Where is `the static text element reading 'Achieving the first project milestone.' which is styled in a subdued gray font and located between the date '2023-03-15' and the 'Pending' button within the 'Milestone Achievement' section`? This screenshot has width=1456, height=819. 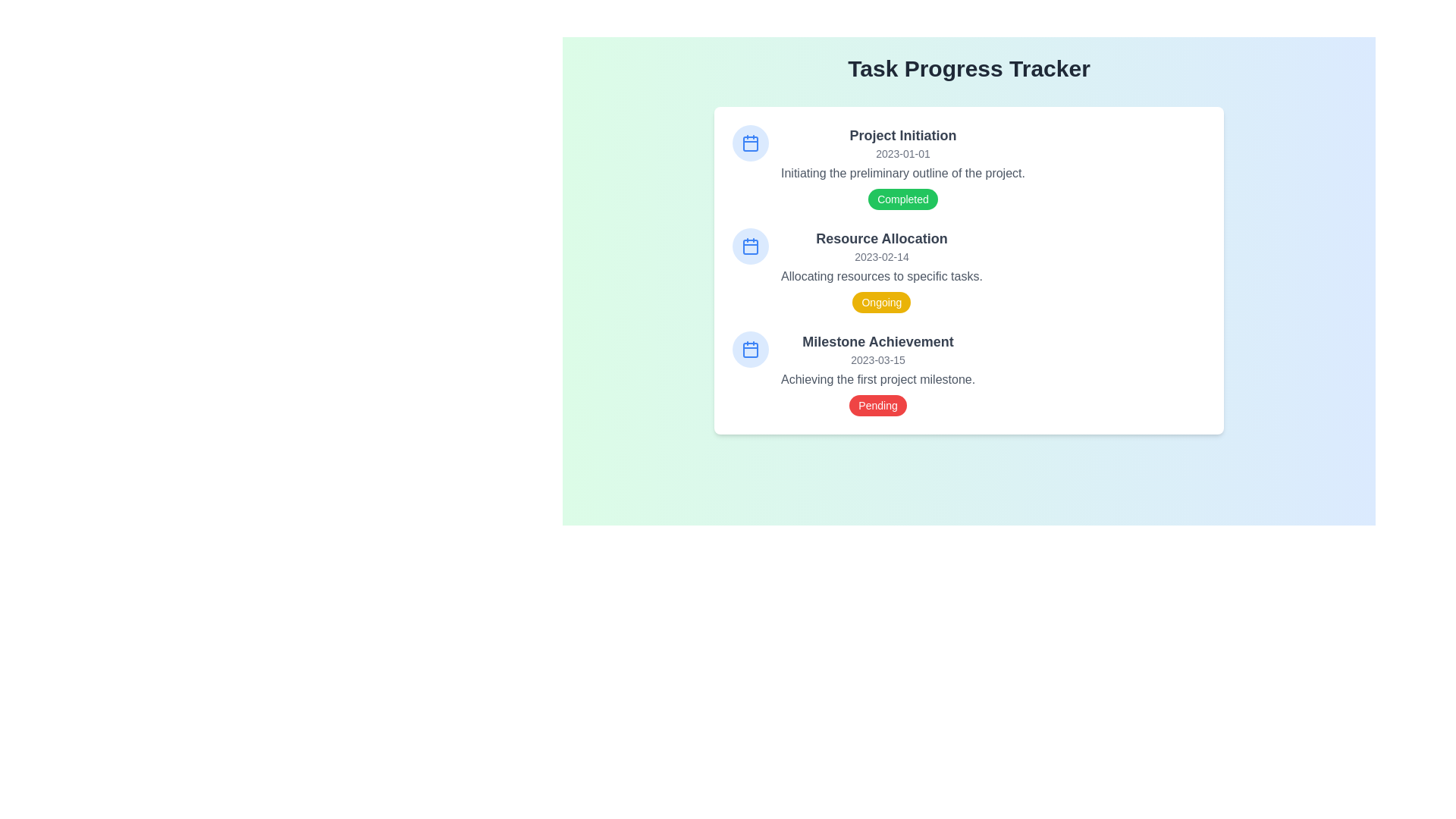
the static text element reading 'Achieving the first project milestone.' which is styled in a subdued gray font and located between the date '2023-03-15' and the 'Pending' button within the 'Milestone Achievement' section is located at coordinates (878, 379).